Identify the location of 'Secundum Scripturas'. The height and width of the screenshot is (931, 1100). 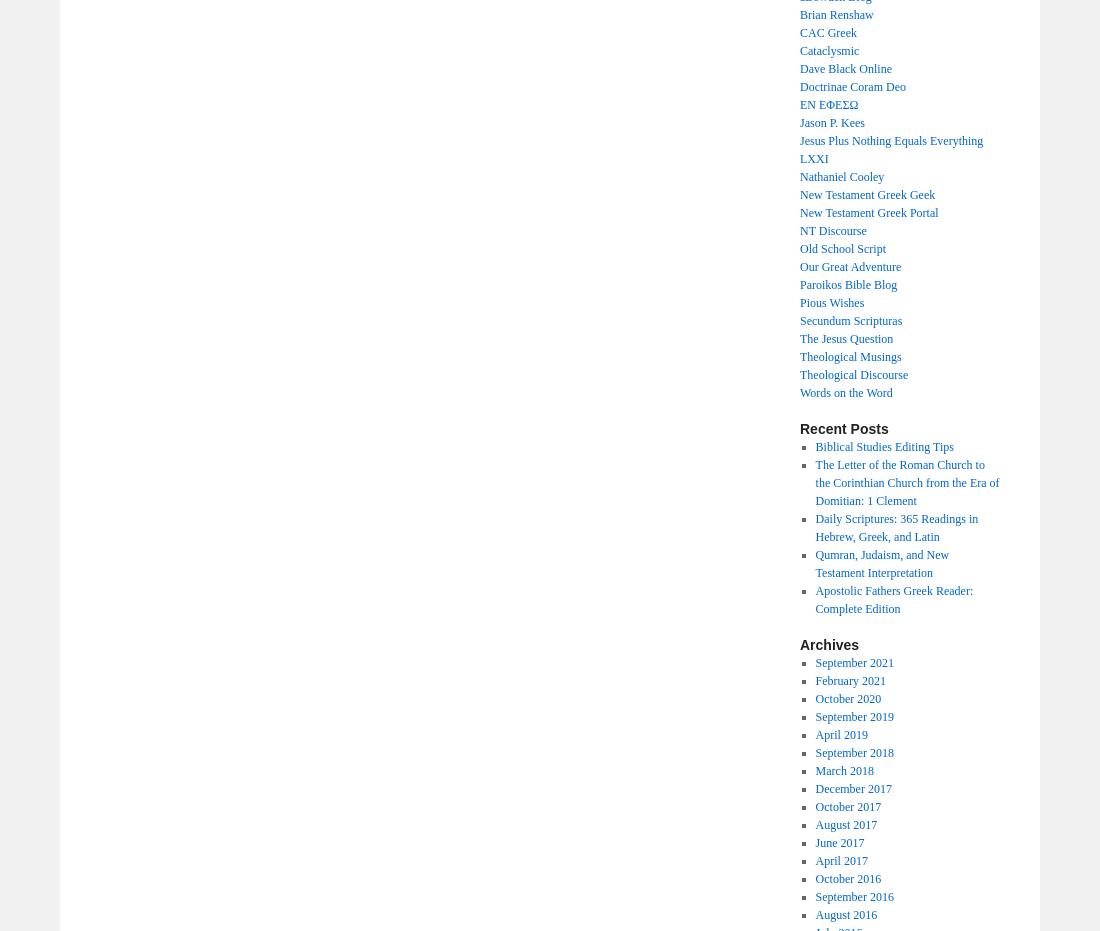
(849, 320).